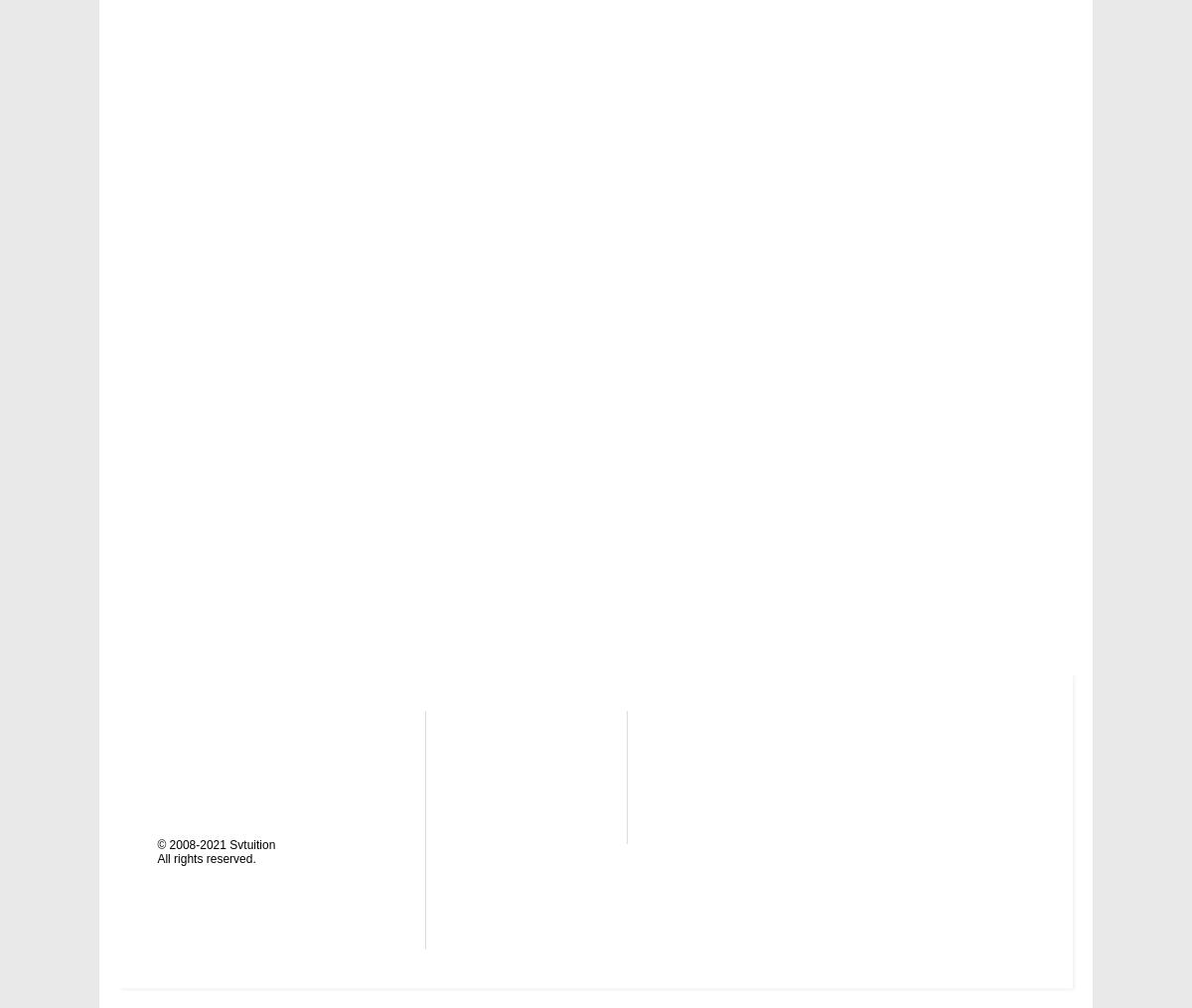 This screenshot has height=1008, width=1192. Describe the element at coordinates (731, 728) in the screenshot. I see `'Accounting'` at that location.